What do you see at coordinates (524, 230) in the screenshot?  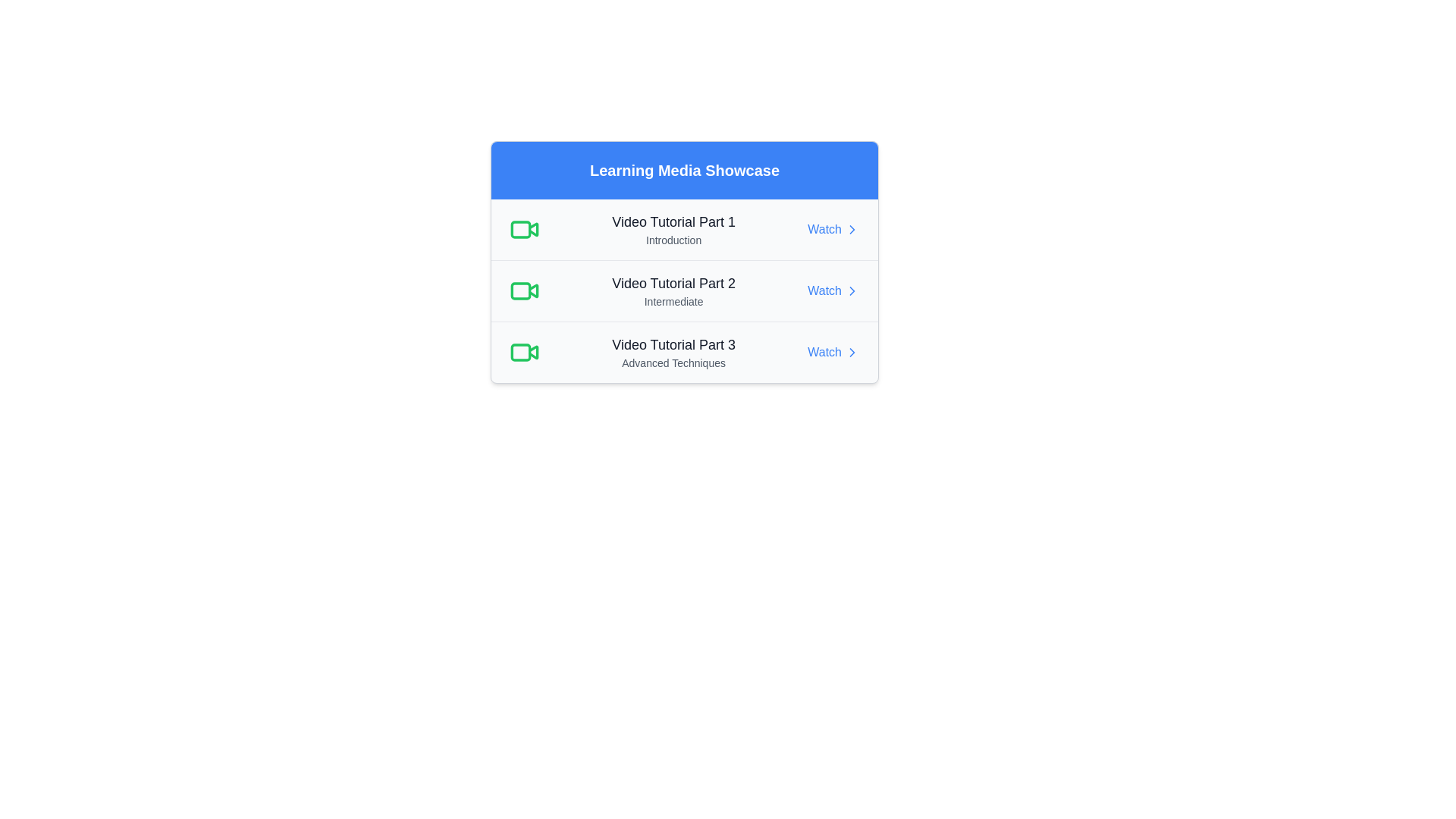 I see `the green video camera icon that is the first item in the 'Learning Media Showcase' section, aligned with the text 'Video Tutorial Part 1' and 'Introduction'` at bounding box center [524, 230].